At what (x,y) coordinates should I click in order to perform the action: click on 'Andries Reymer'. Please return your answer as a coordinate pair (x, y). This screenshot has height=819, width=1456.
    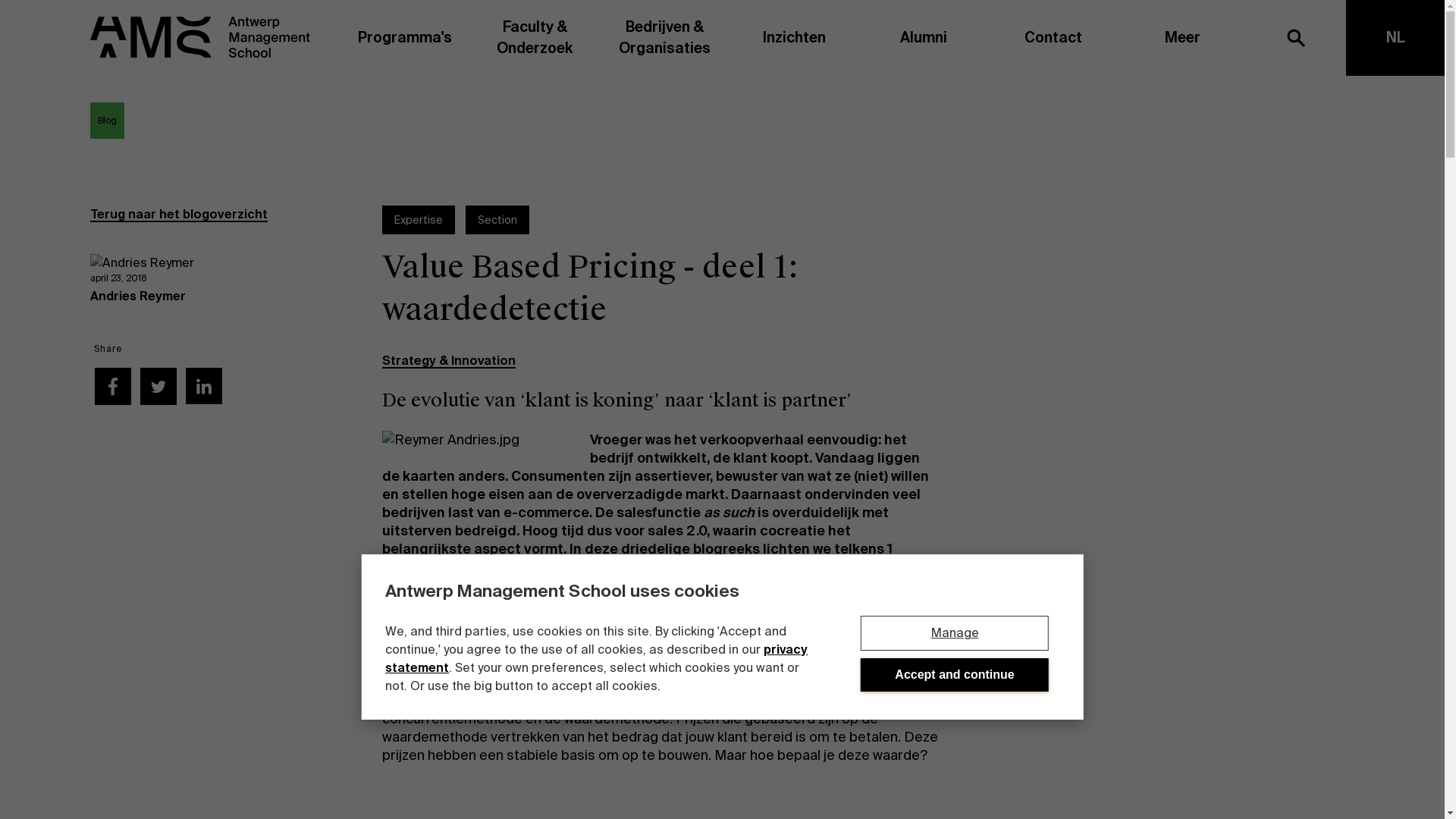
    Looking at the image, I should click on (138, 296).